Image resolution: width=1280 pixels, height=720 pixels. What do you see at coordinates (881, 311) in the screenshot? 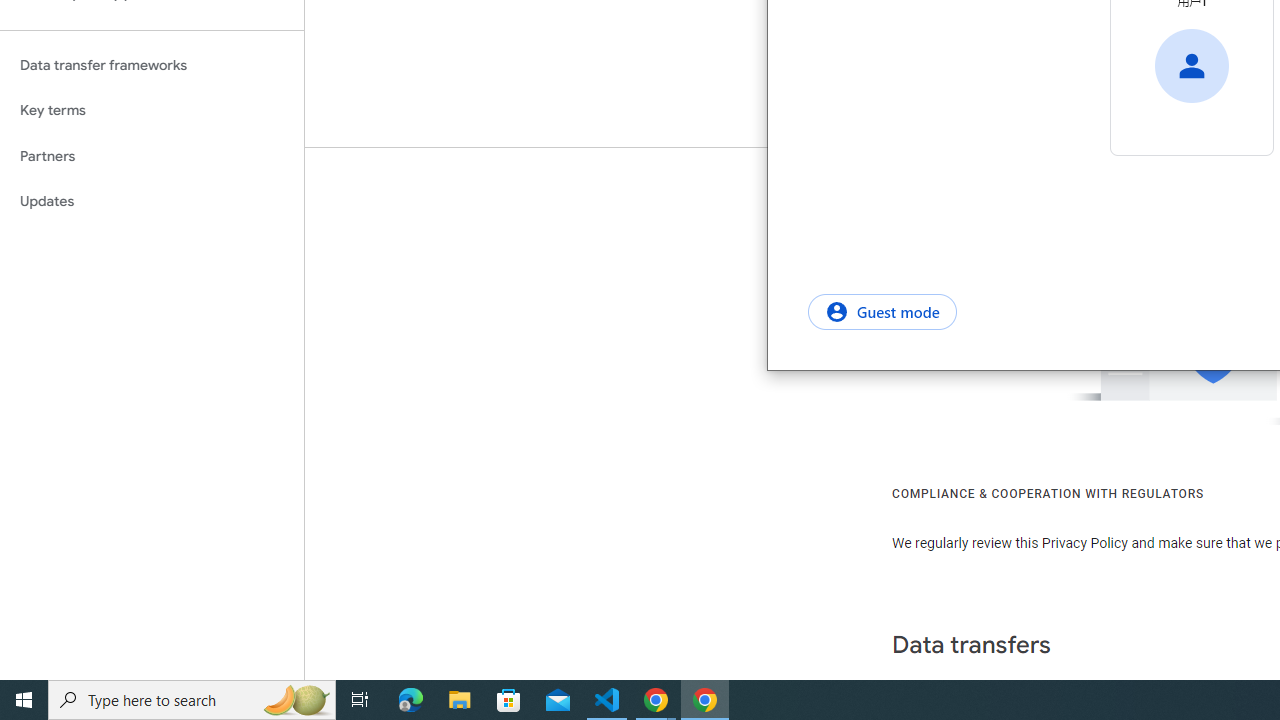
I see `'Guest mode'` at bounding box center [881, 311].